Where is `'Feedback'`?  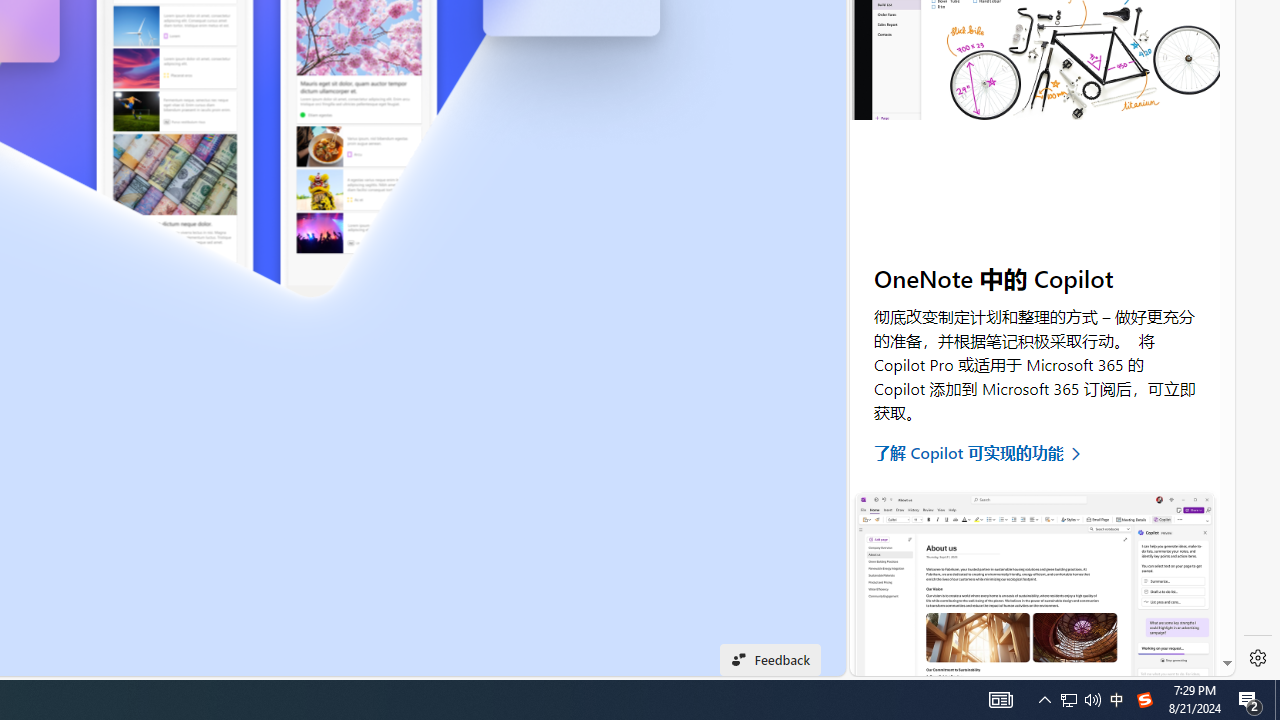 'Feedback' is located at coordinates (768, 659).